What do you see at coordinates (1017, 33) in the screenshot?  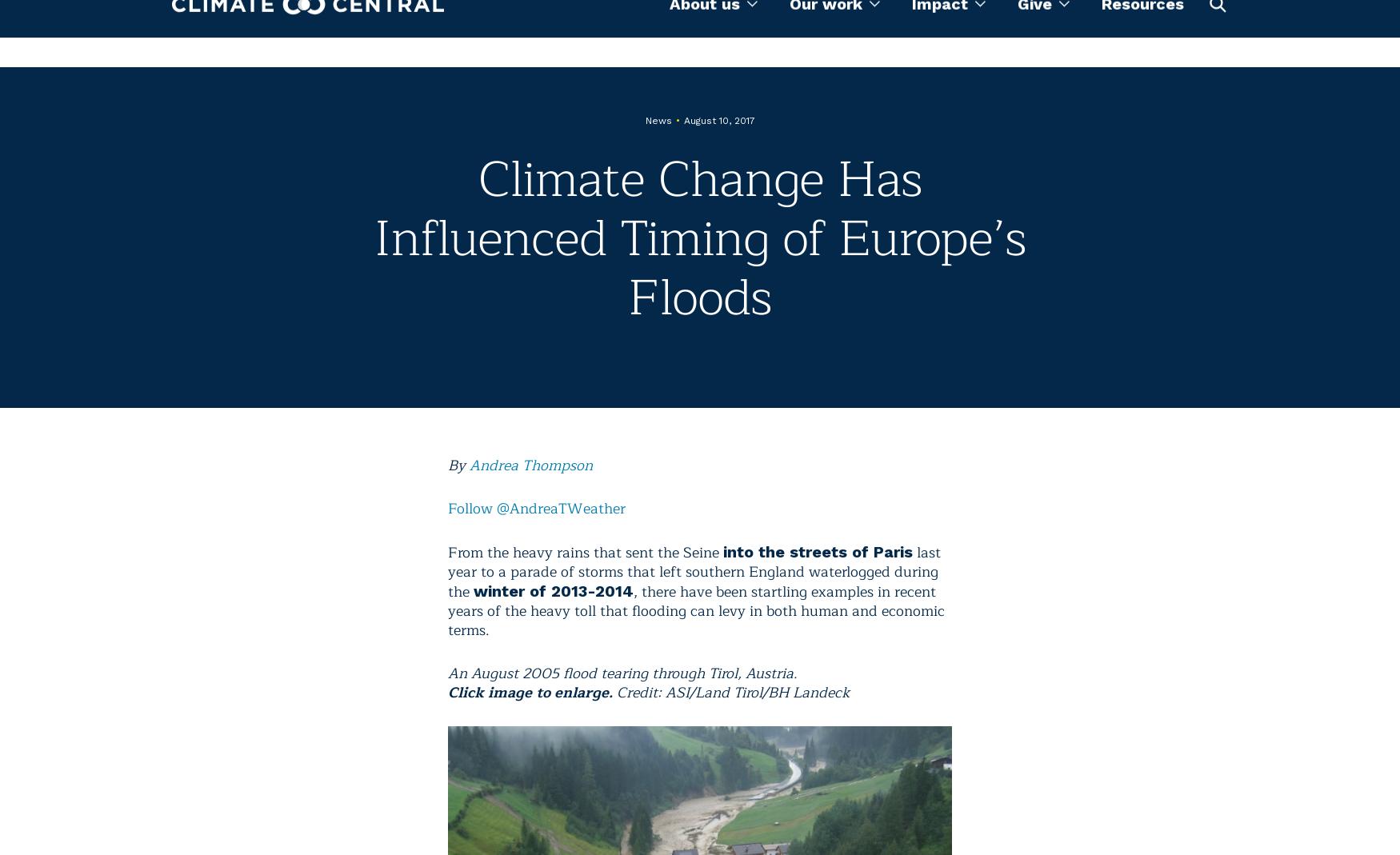 I see `'Give'` at bounding box center [1017, 33].